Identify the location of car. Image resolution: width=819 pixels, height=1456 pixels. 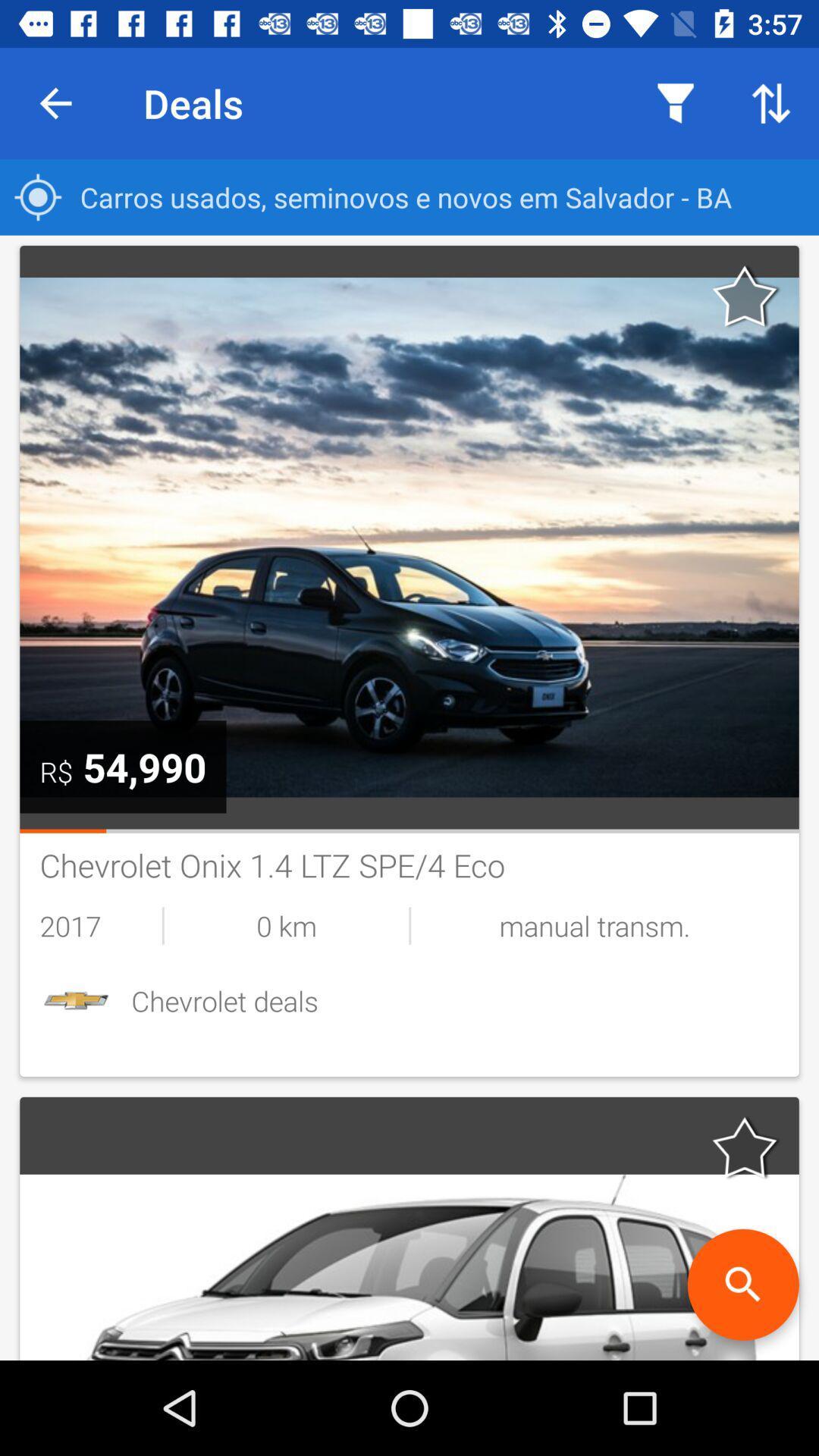
(745, 1147).